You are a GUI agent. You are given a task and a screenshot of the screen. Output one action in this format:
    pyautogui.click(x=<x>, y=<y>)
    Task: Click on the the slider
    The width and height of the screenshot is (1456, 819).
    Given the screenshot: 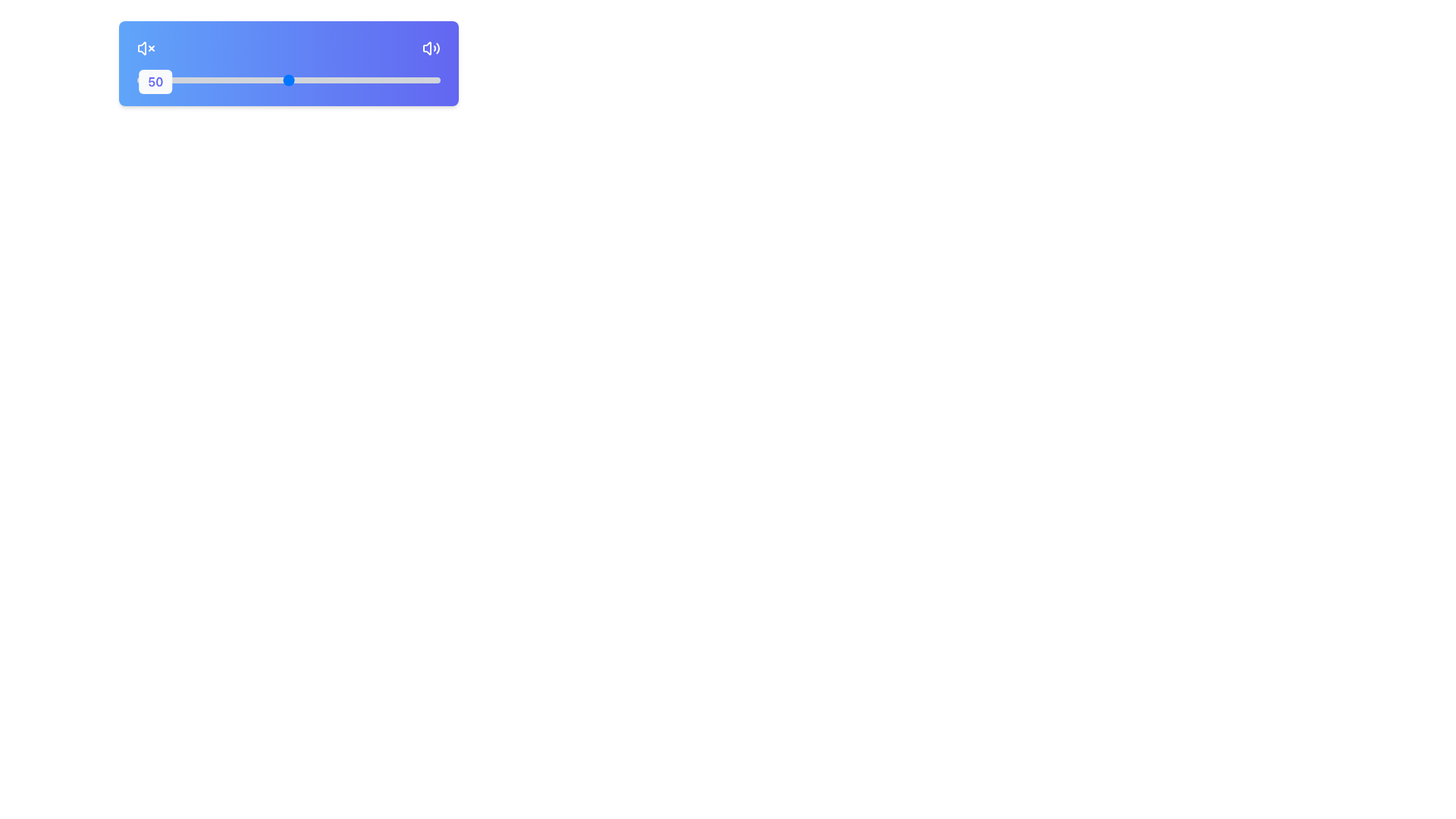 What is the action you would take?
    pyautogui.click(x=194, y=80)
    